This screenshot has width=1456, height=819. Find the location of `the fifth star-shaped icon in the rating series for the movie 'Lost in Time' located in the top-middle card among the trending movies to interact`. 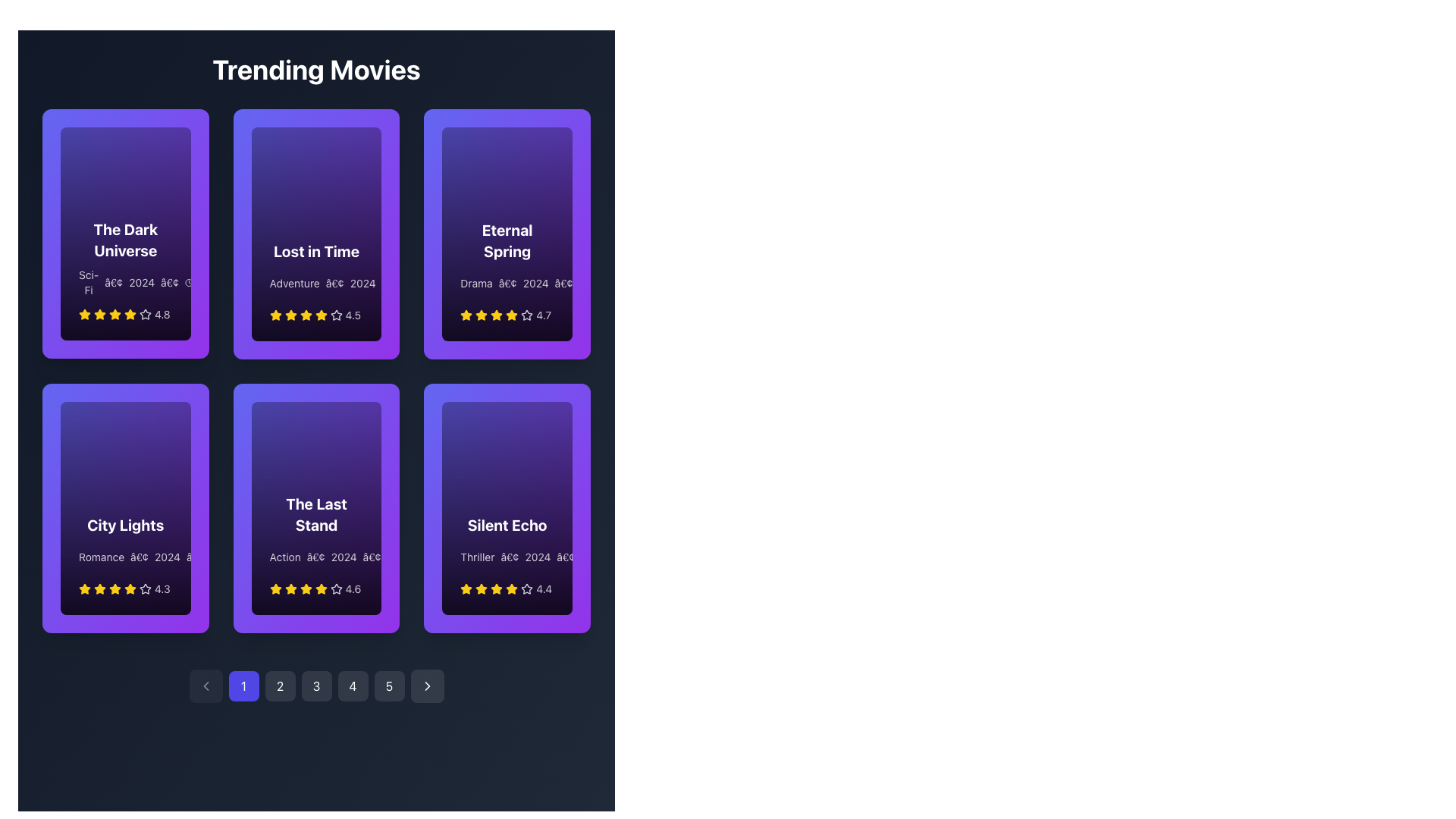

the fifth star-shaped icon in the rating series for the movie 'Lost in Time' located in the top-middle card among the trending movies to interact is located at coordinates (335, 314).